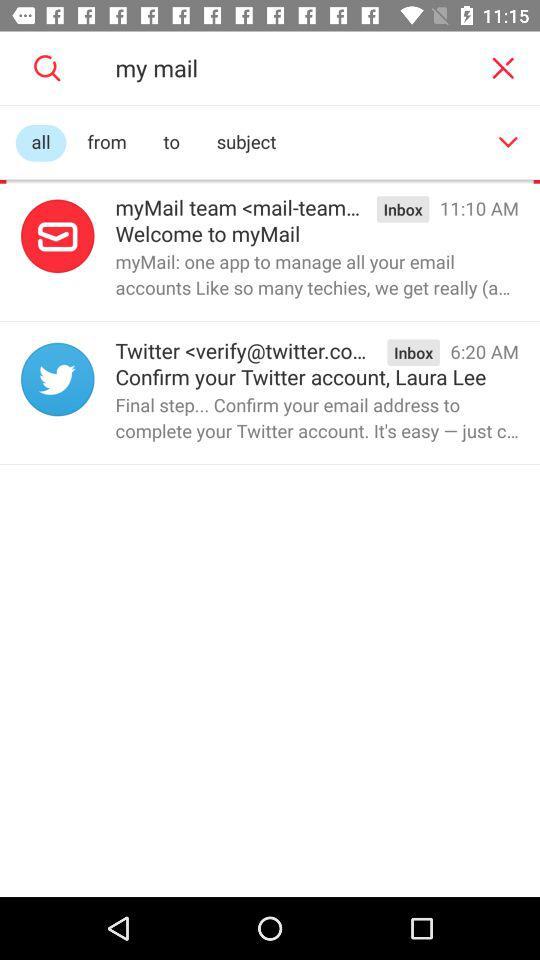 Image resolution: width=540 pixels, height=960 pixels. Describe the element at coordinates (502, 68) in the screenshot. I see `icon next to the my mail icon` at that location.